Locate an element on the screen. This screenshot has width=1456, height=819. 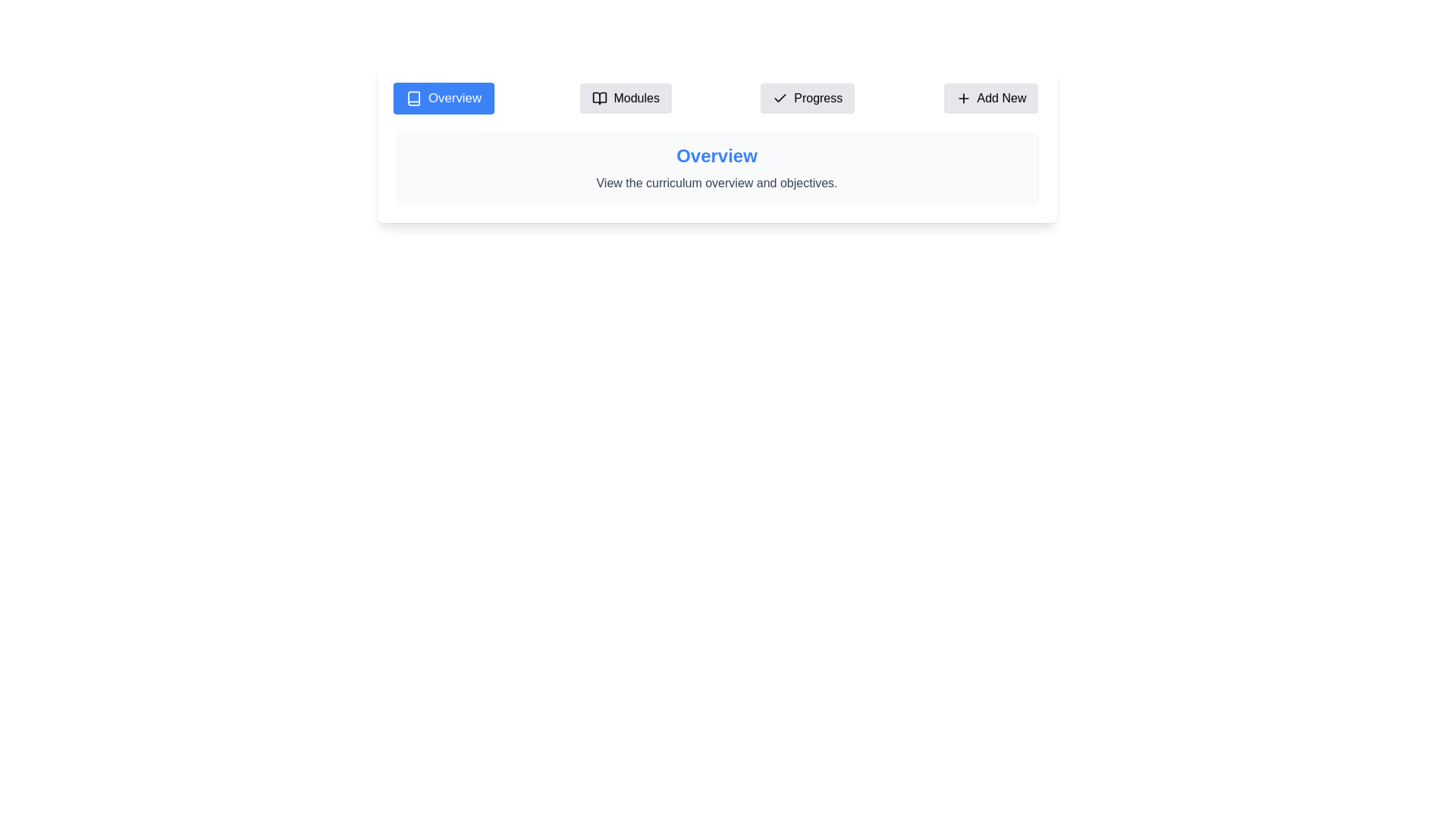
the tab labeled Modules to switch to that tab is located at coordinates (626, 99).